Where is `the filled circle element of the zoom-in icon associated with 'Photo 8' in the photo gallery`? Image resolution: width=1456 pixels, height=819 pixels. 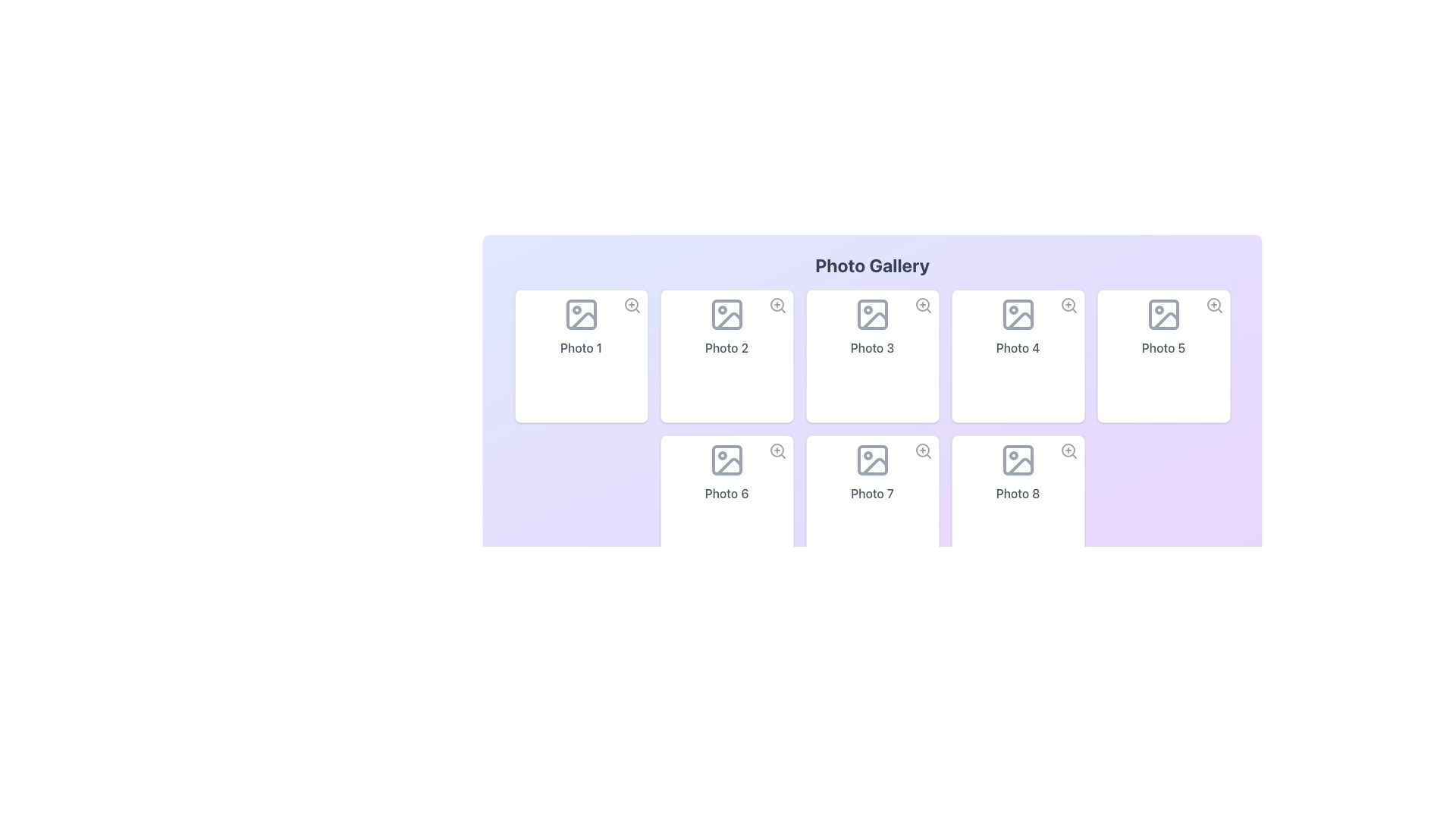
the filled circle element of the zoom-in icon associated with 'Photo 8' in the photo gallery is located at coordinates (1067, 450).